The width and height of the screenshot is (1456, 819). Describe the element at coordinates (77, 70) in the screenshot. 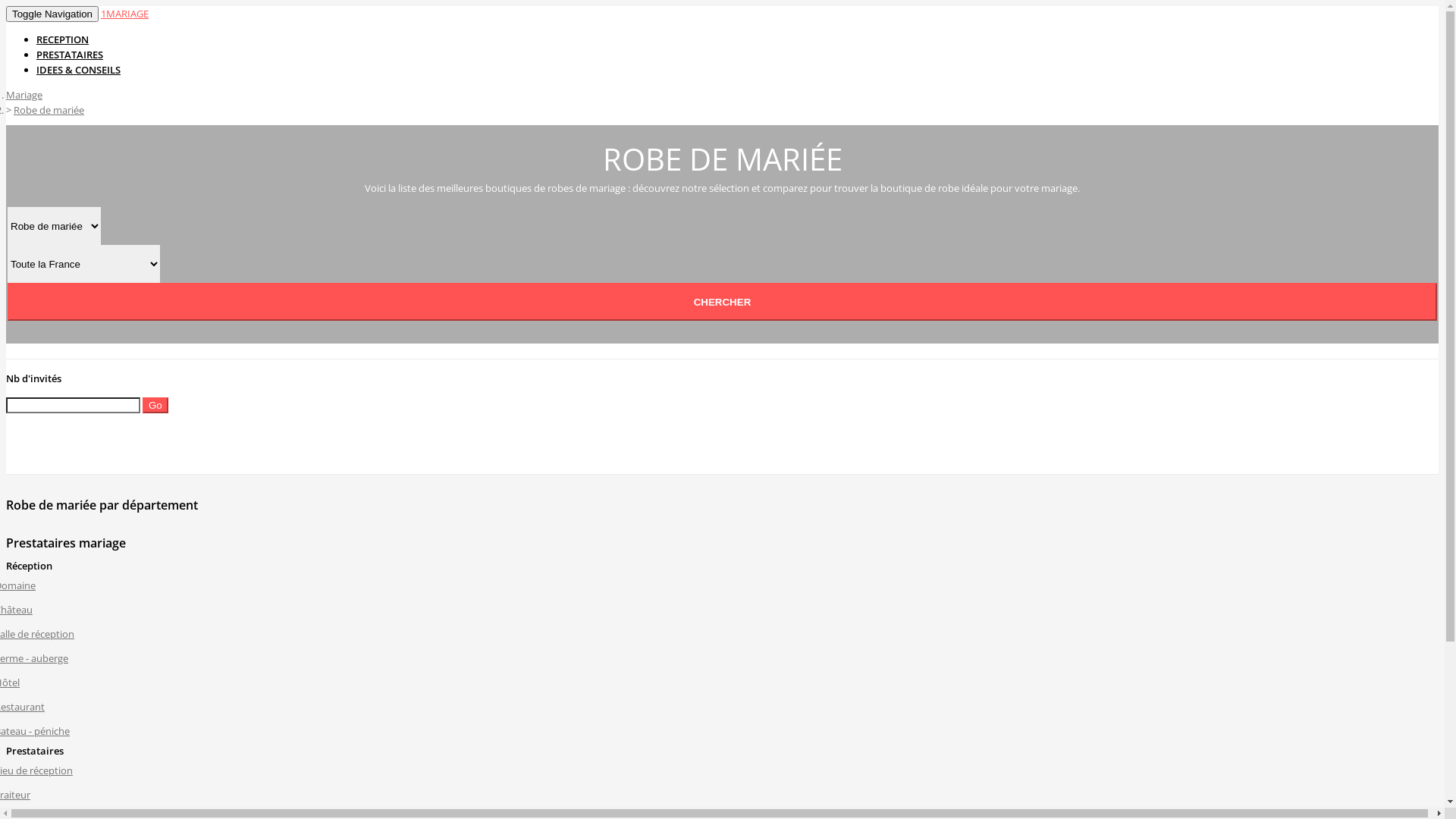

I see `'IDEES & CONSEILS'` at that location.